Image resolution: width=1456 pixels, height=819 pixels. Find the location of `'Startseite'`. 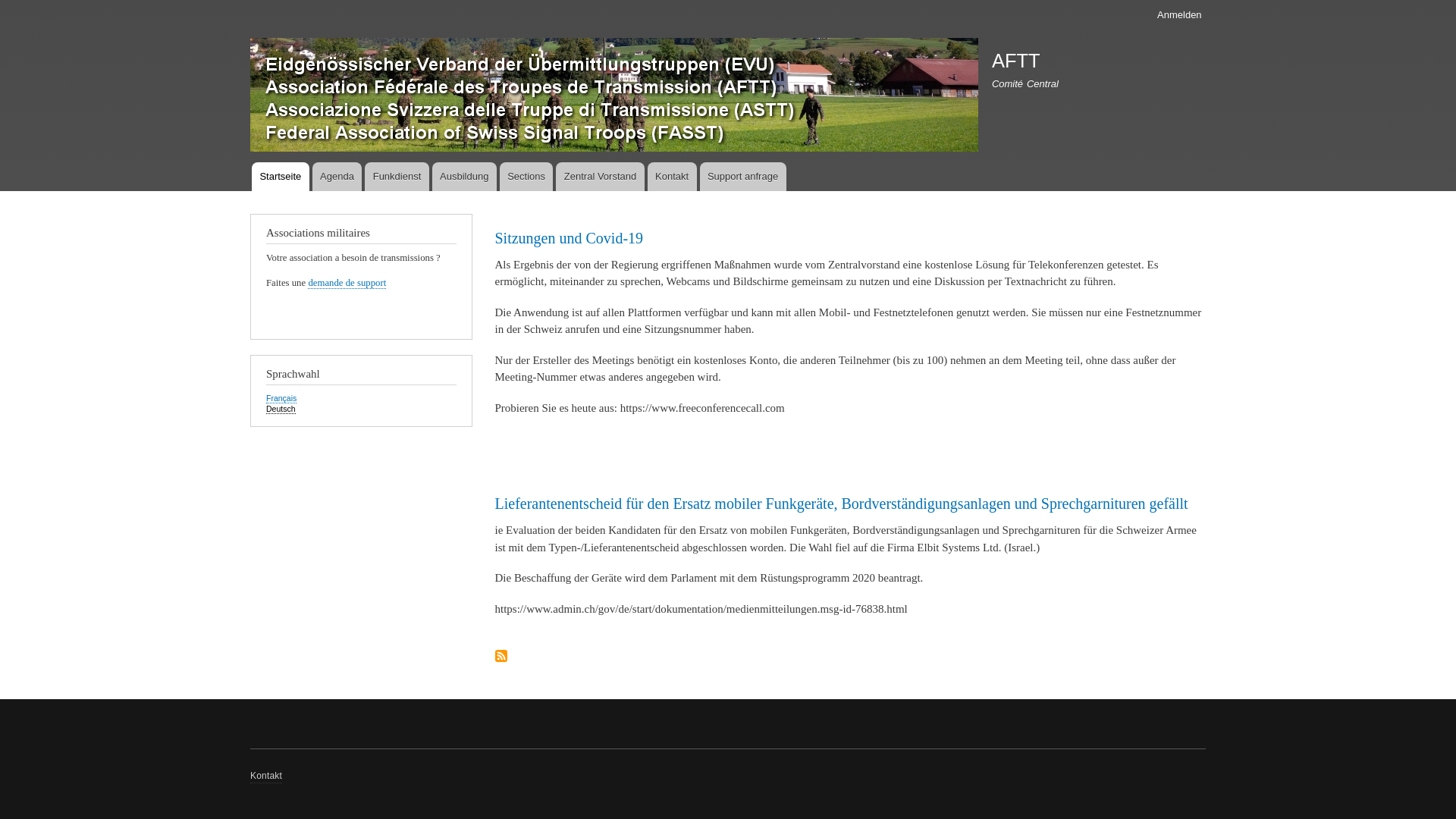

'Startseite' is located at coordinates (280, 175).